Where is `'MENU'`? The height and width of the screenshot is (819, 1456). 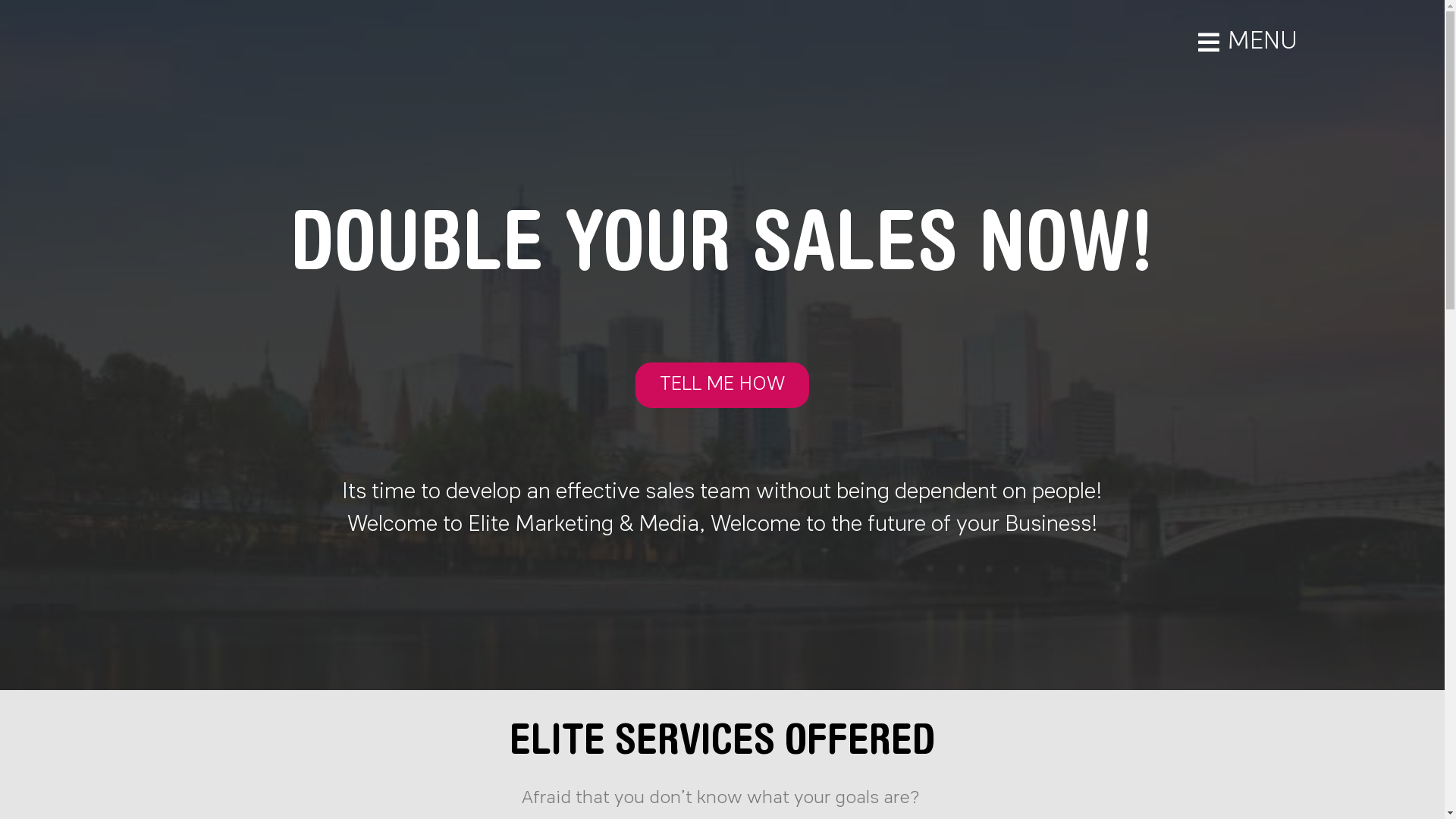 'MENU' is located at coordinates (1260, 42).